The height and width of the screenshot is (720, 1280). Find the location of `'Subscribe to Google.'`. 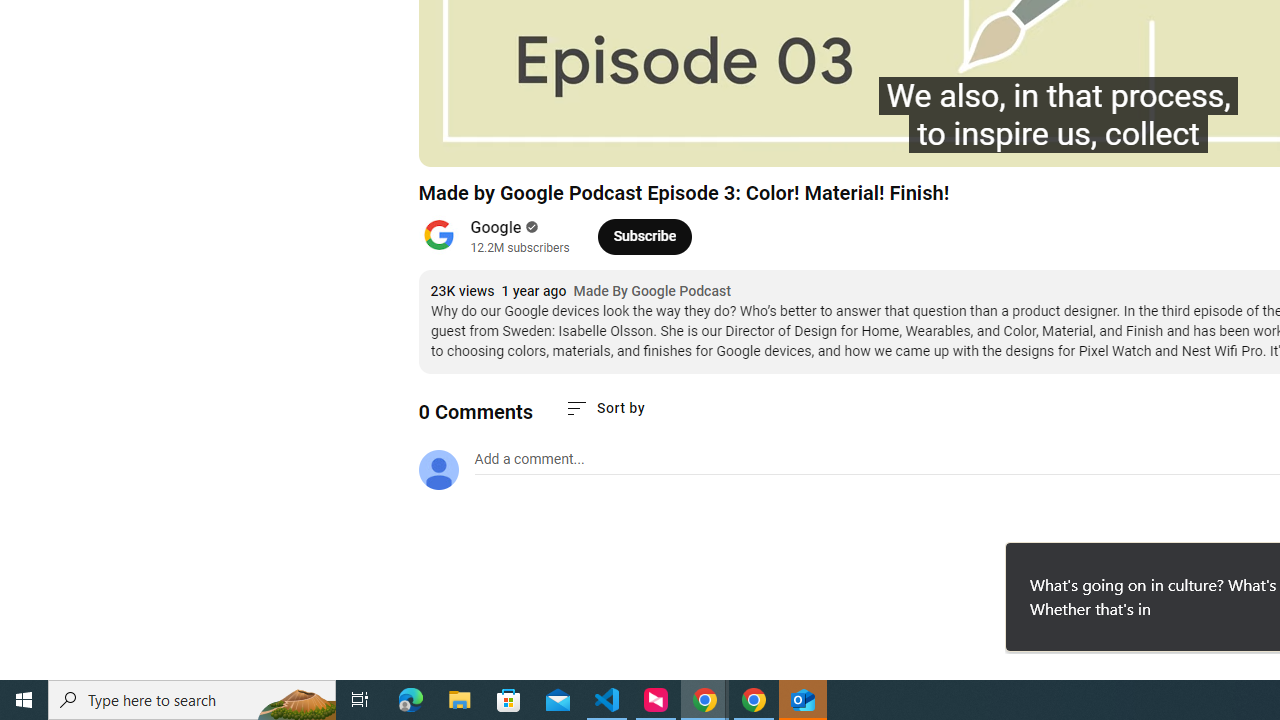

'Subscribe to Google.' is located at coordinates (644, 235).